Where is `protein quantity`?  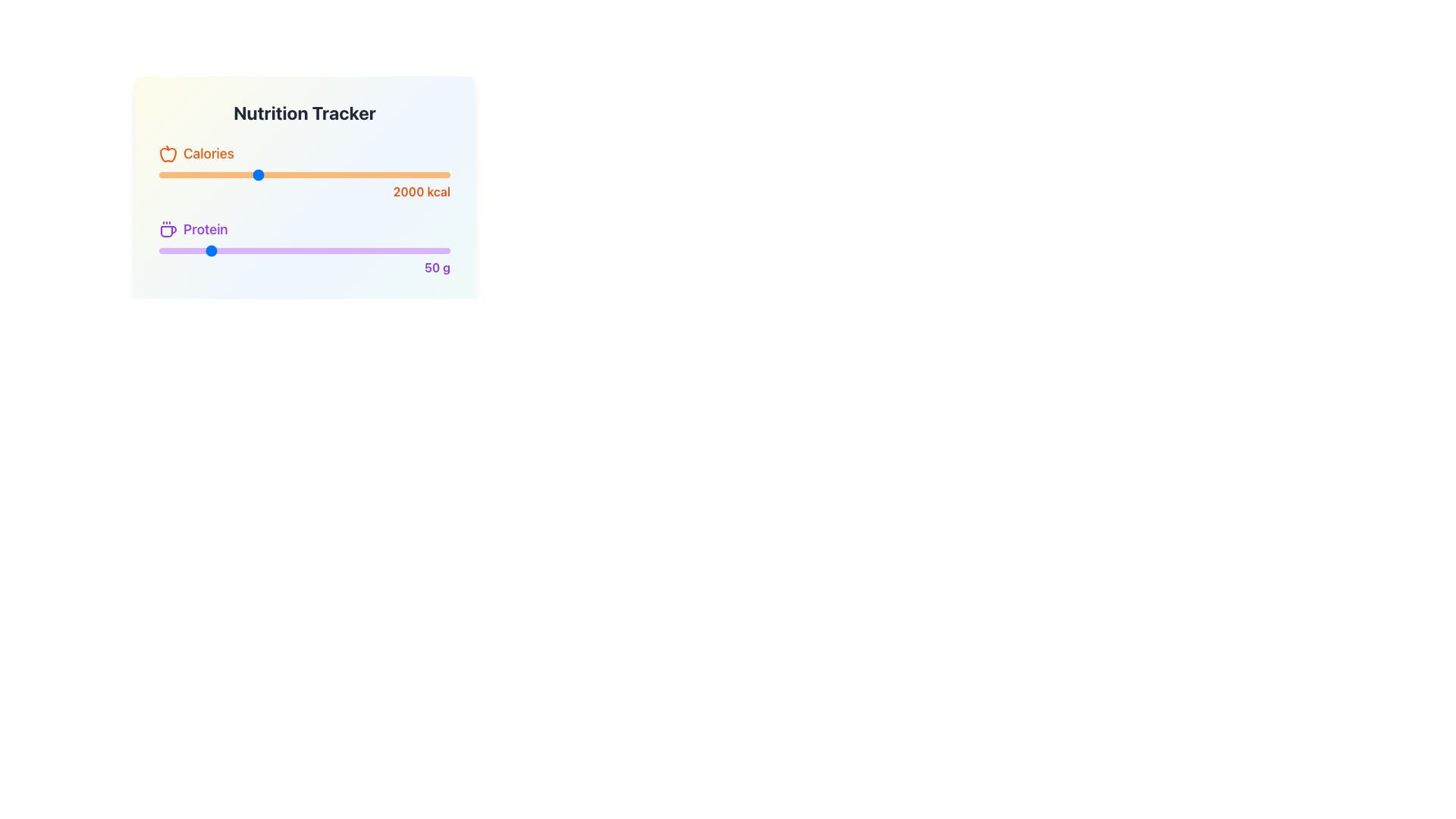 protein quantity is located at coordinates (177, 250).